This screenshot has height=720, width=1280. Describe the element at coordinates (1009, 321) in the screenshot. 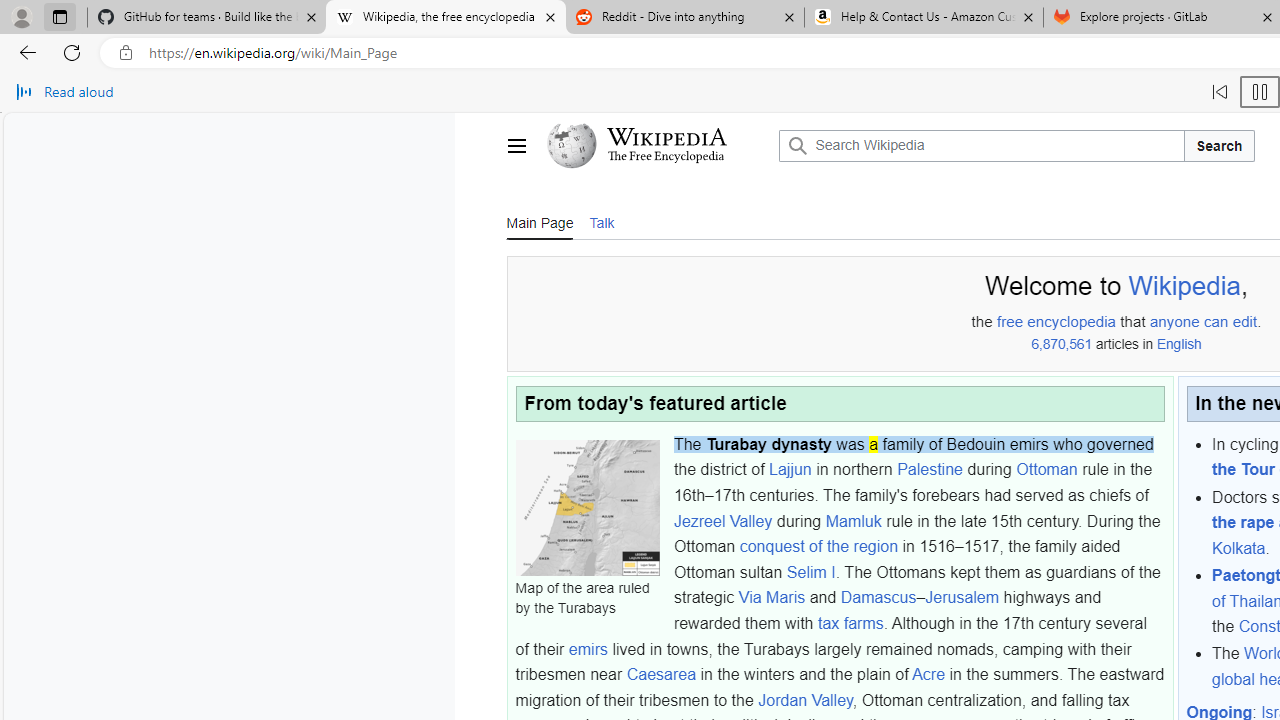

I see `'free'` at that location.